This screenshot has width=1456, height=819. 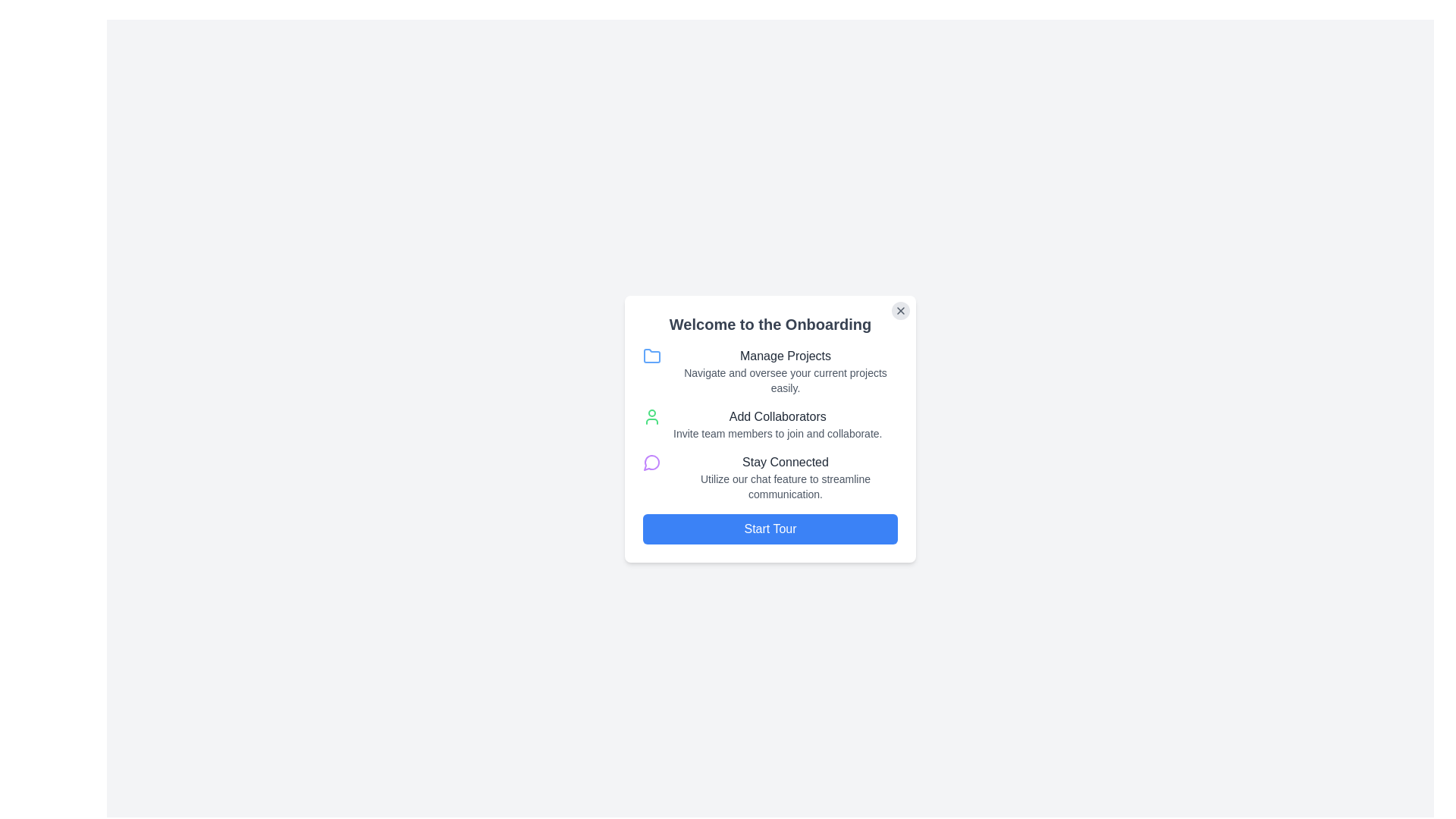 What do you see at coordinates (651, 461) in the screenshot?
I see `the decorative chat icon positioned to the left of the 'Stay Connected' text in the modal dialogue box` at bounding box center [651, 461].